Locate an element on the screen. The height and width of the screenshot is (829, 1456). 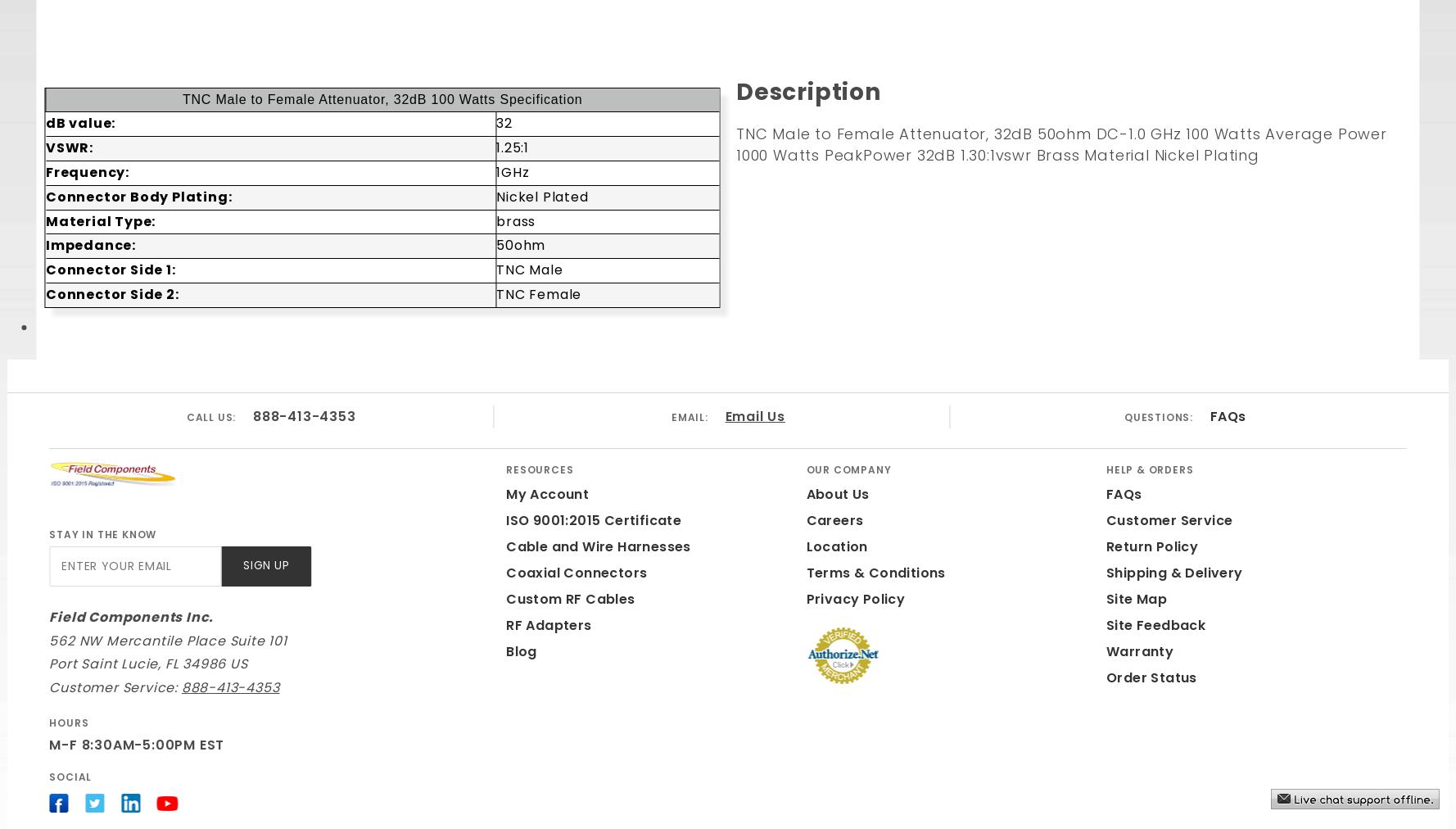
'Coaxial Connectors' is located at coordinates (576, 572).